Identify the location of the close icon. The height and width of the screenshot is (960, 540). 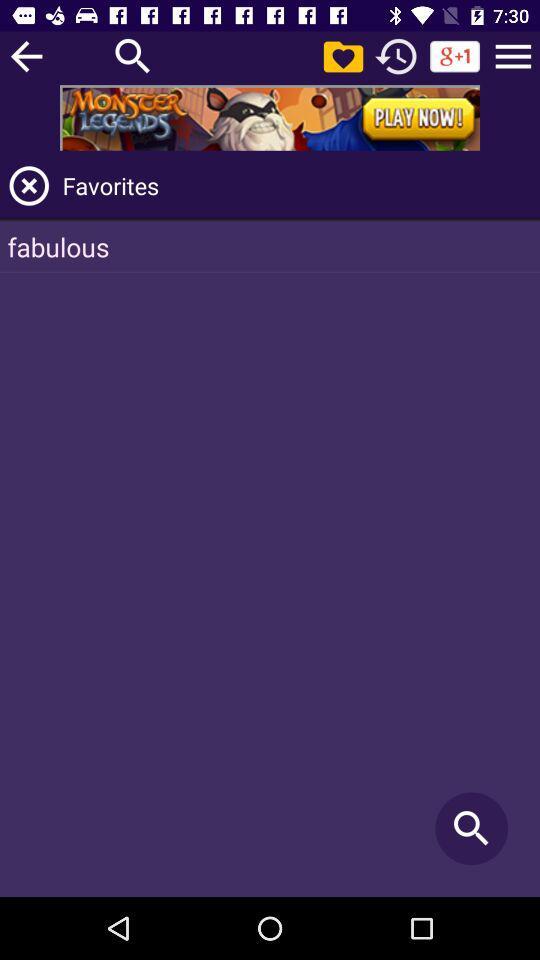
(28, 185).